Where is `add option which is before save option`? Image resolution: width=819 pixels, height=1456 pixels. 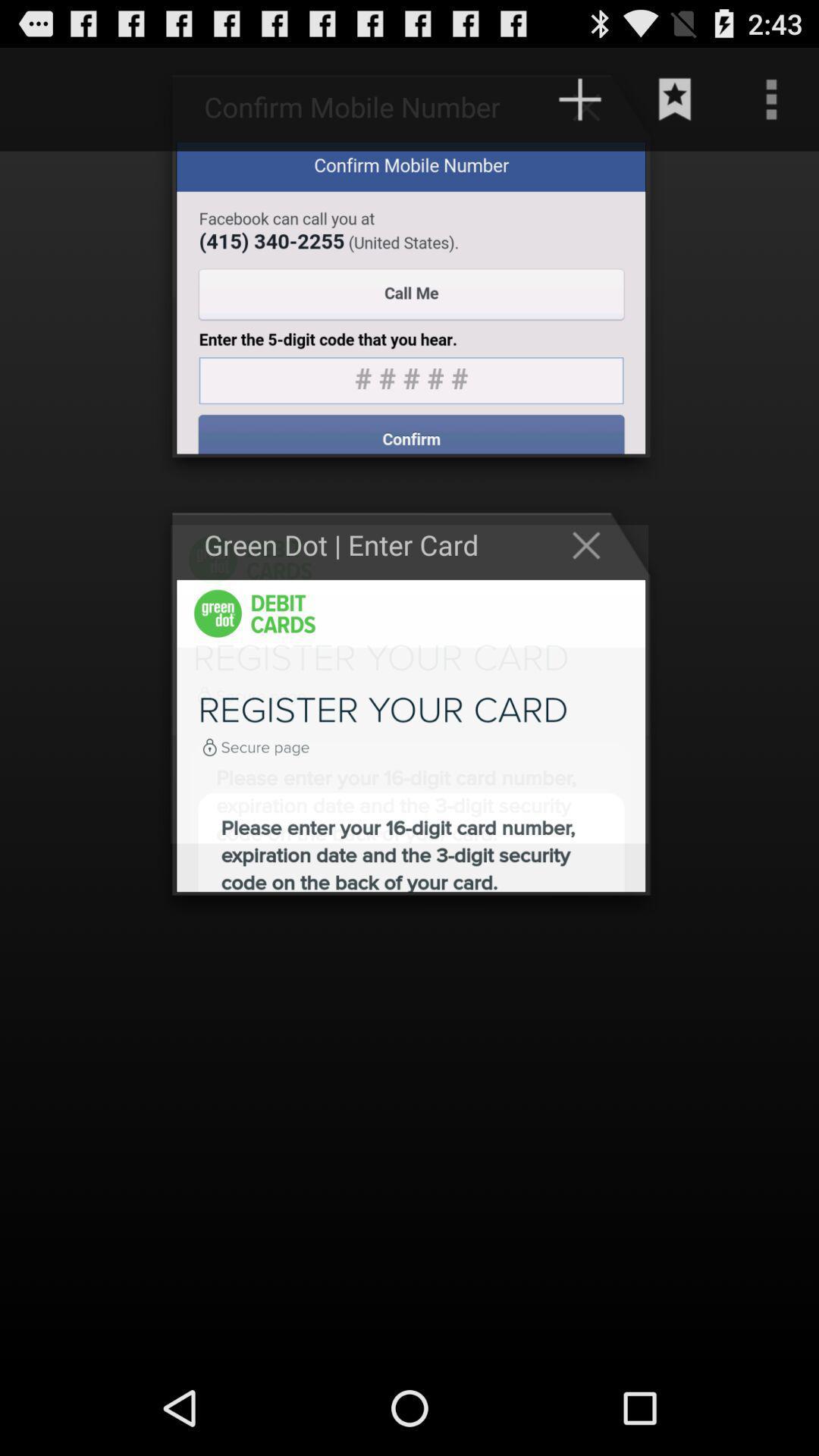
add option which is before save option is located at coordinates (593, 105).